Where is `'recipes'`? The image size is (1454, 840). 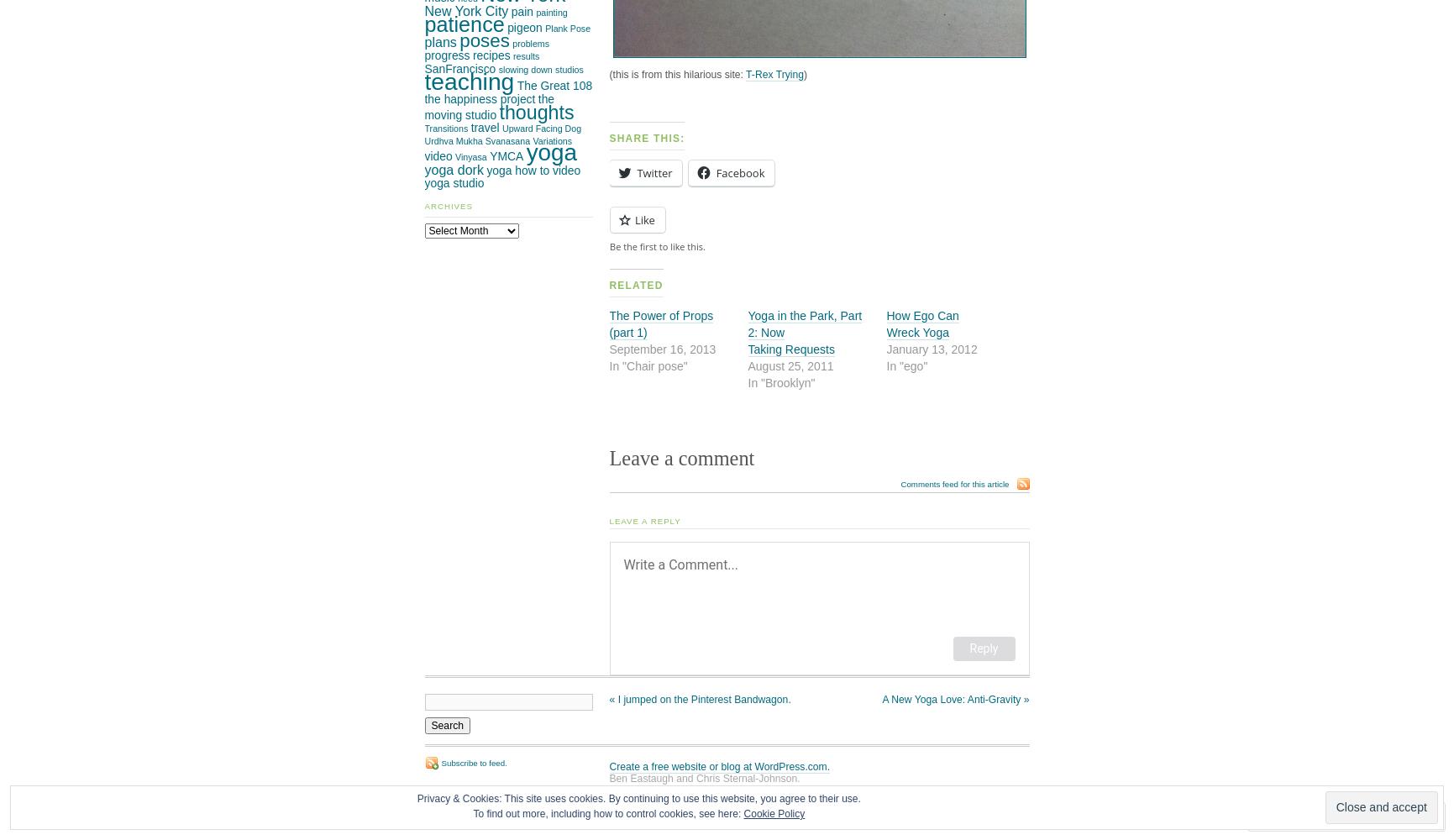
'recipes' is located at coordinates (471, 55).